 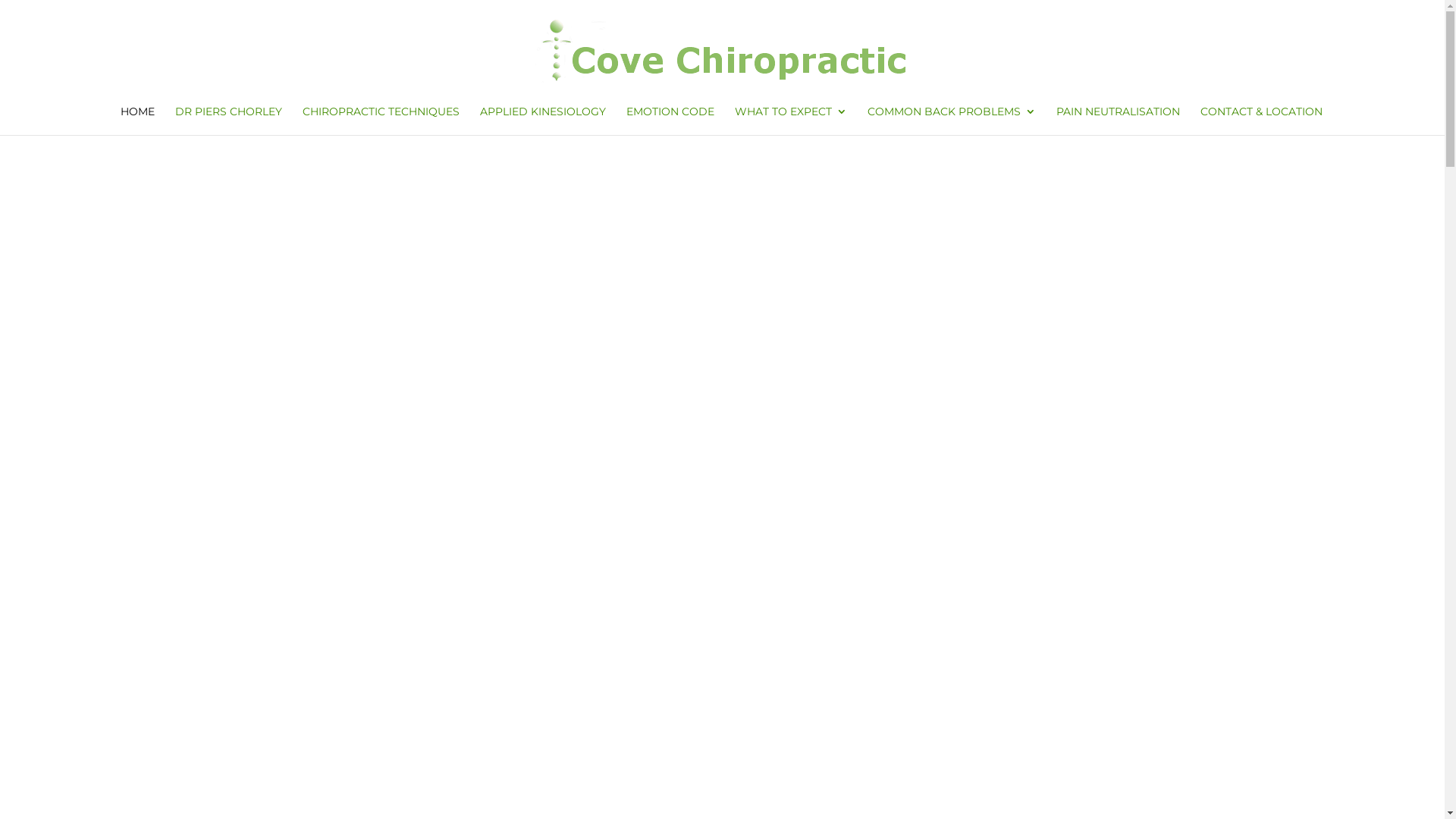 What do you see at coordinates (381, 119) in the screenshot?
I see `'CHIROPRACTIC TECHNIQUES'` at bounding box center [381, 119].